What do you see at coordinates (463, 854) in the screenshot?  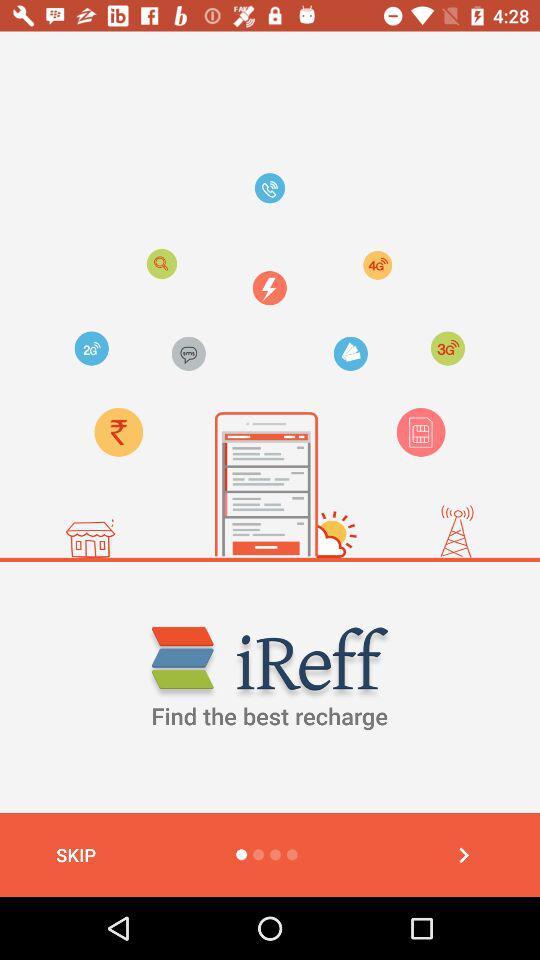 I see `skip this introcuction frame` at bounding box center [463, 854].